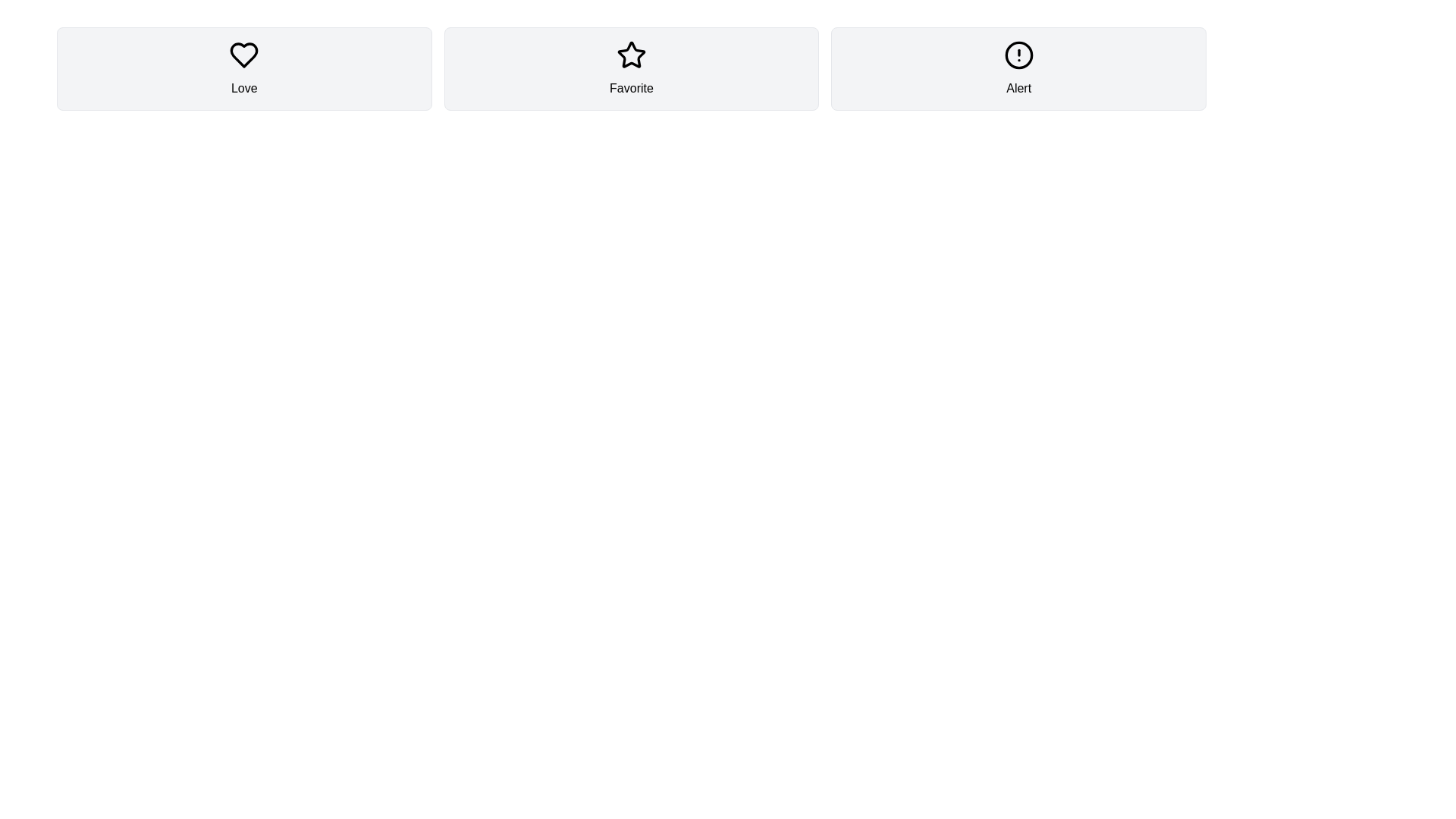 The width and height of the screenshot is (1456, 819). Describe the element at coordinates (243, 88) in the screenshot. I see `the 'Love' text label located at the bottom of the first card, which is centrally aligned beneath a heart icon` at that location.